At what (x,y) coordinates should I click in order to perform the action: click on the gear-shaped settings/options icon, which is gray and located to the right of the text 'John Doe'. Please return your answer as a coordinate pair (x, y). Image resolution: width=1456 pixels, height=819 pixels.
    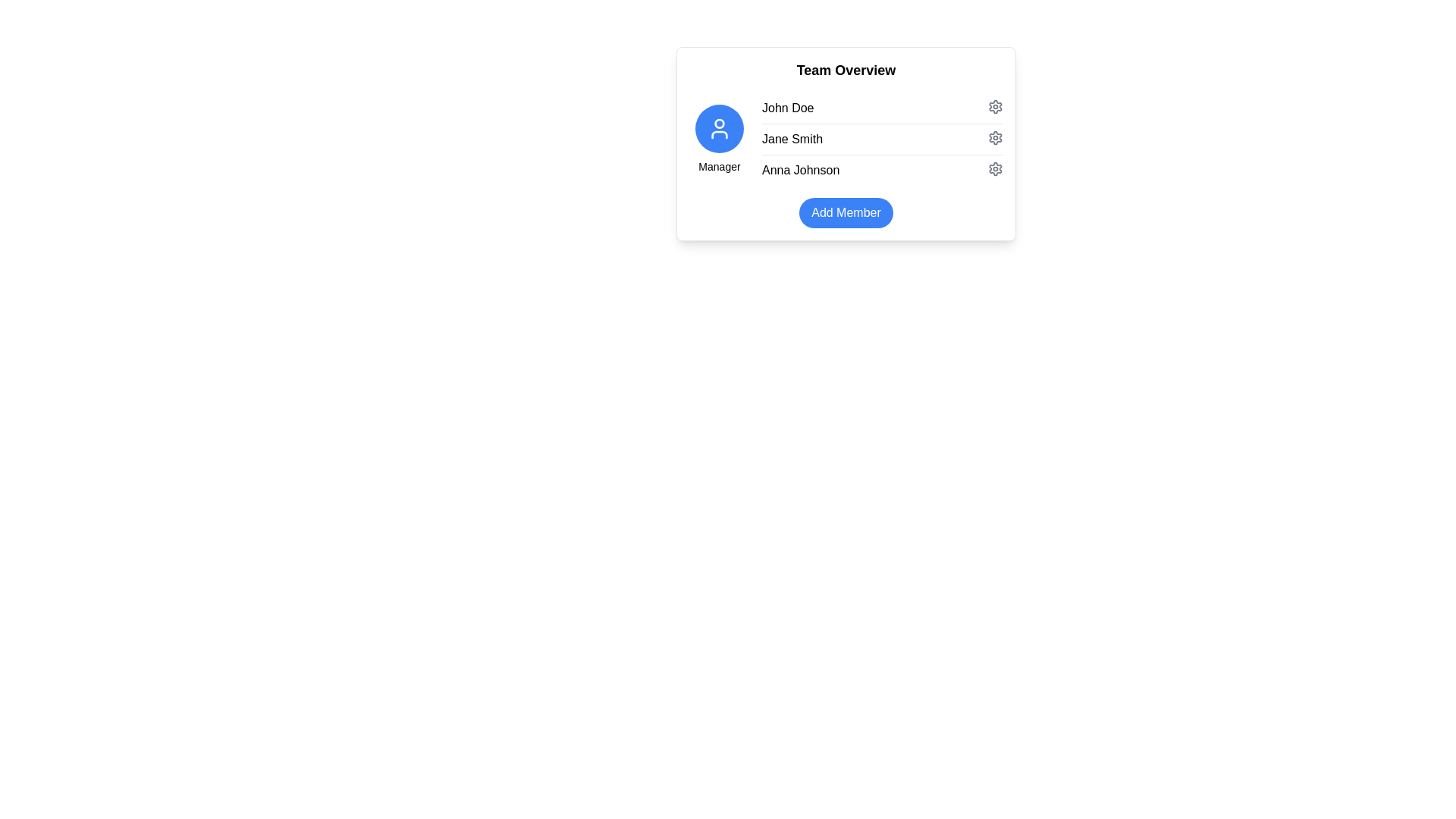
    Looking at the image, I should click on (996, 106).